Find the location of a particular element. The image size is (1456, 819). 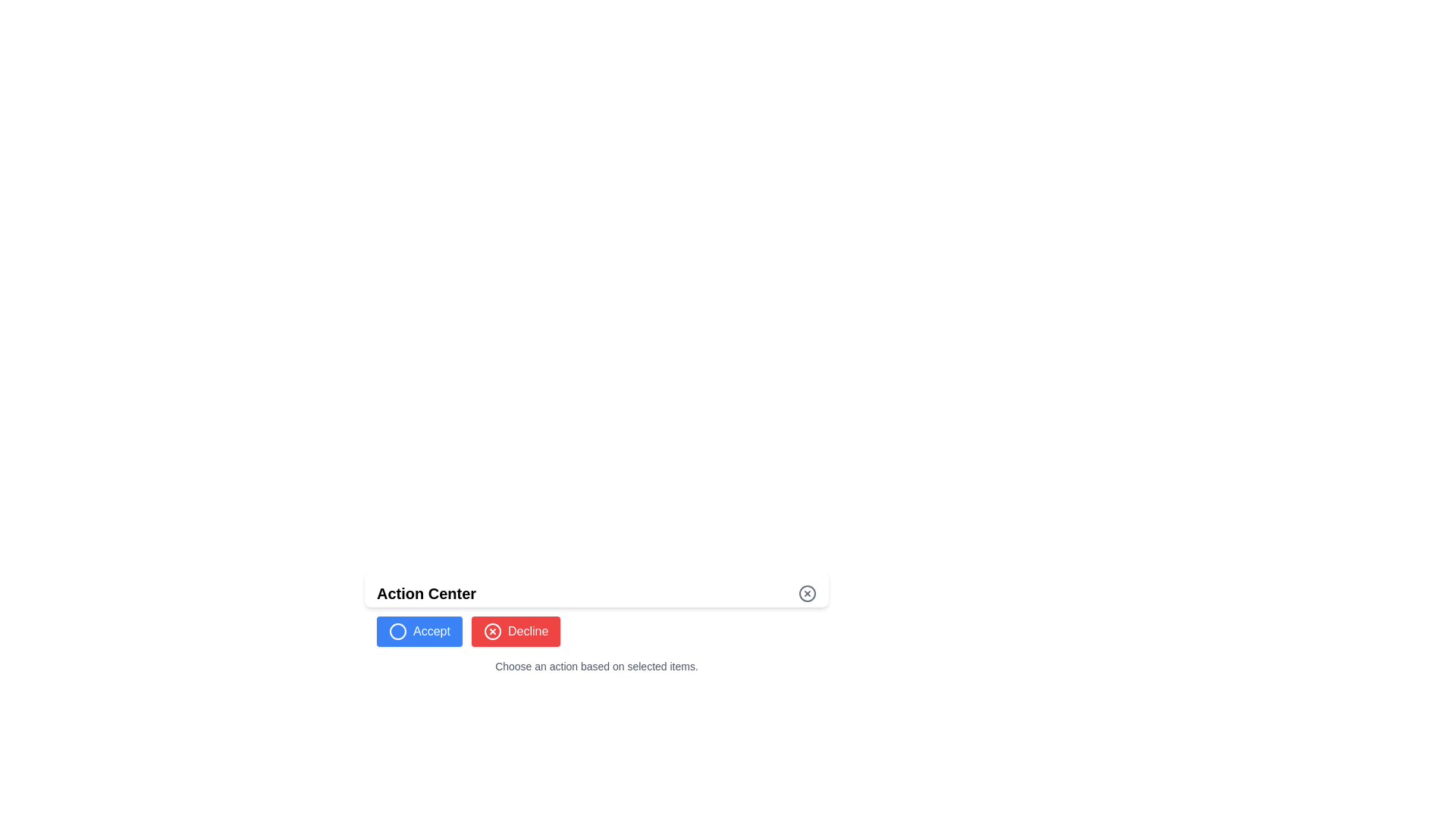

the circular icon with a white 'X' on a red background, which is part of the 'Decline' button, to indicate decline is located at coordinates (492, 632).